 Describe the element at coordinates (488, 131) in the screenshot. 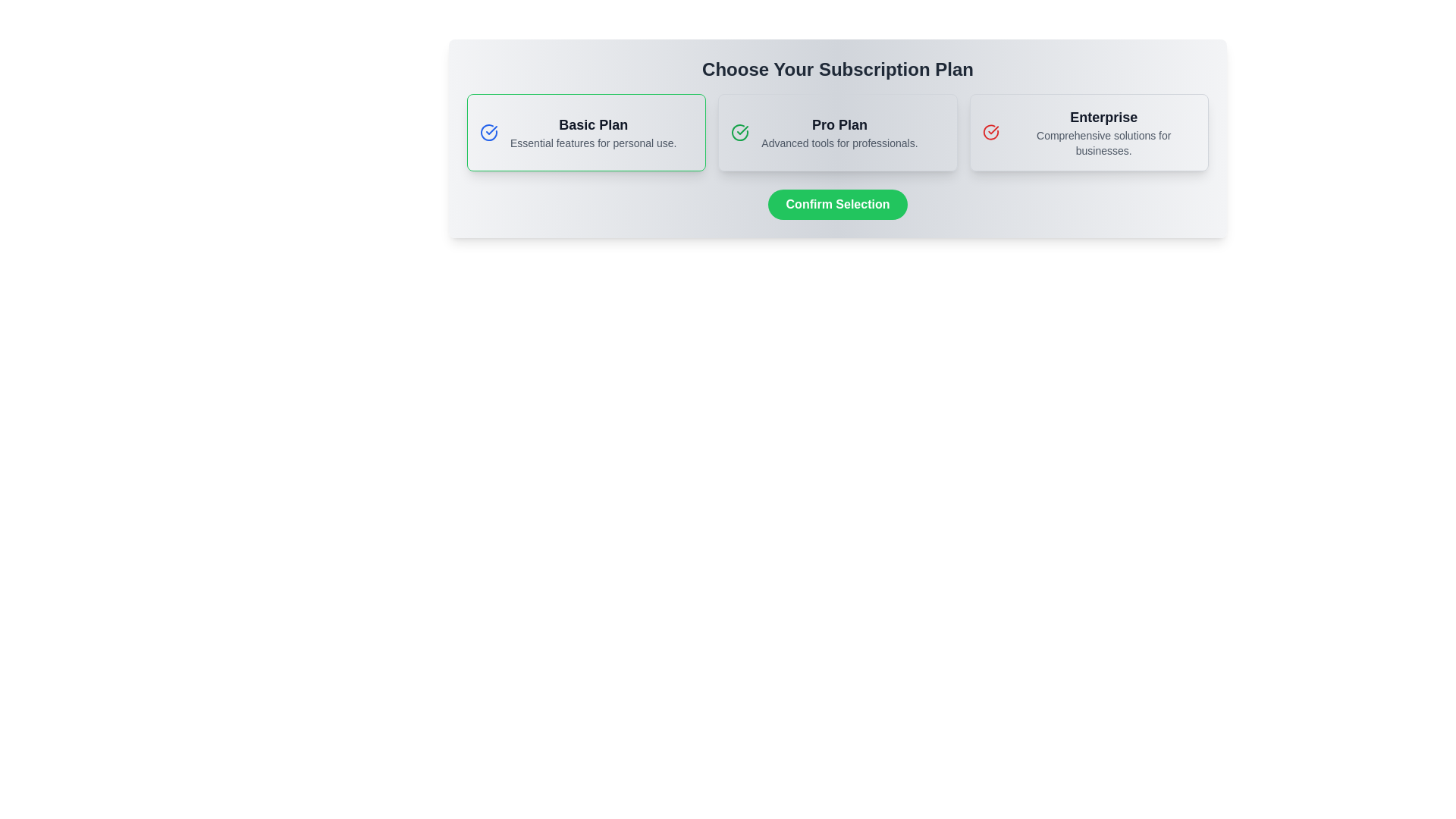

I see `the circular blue checkmark icon indicating the 'Basic Plan' subscription option` at that location.